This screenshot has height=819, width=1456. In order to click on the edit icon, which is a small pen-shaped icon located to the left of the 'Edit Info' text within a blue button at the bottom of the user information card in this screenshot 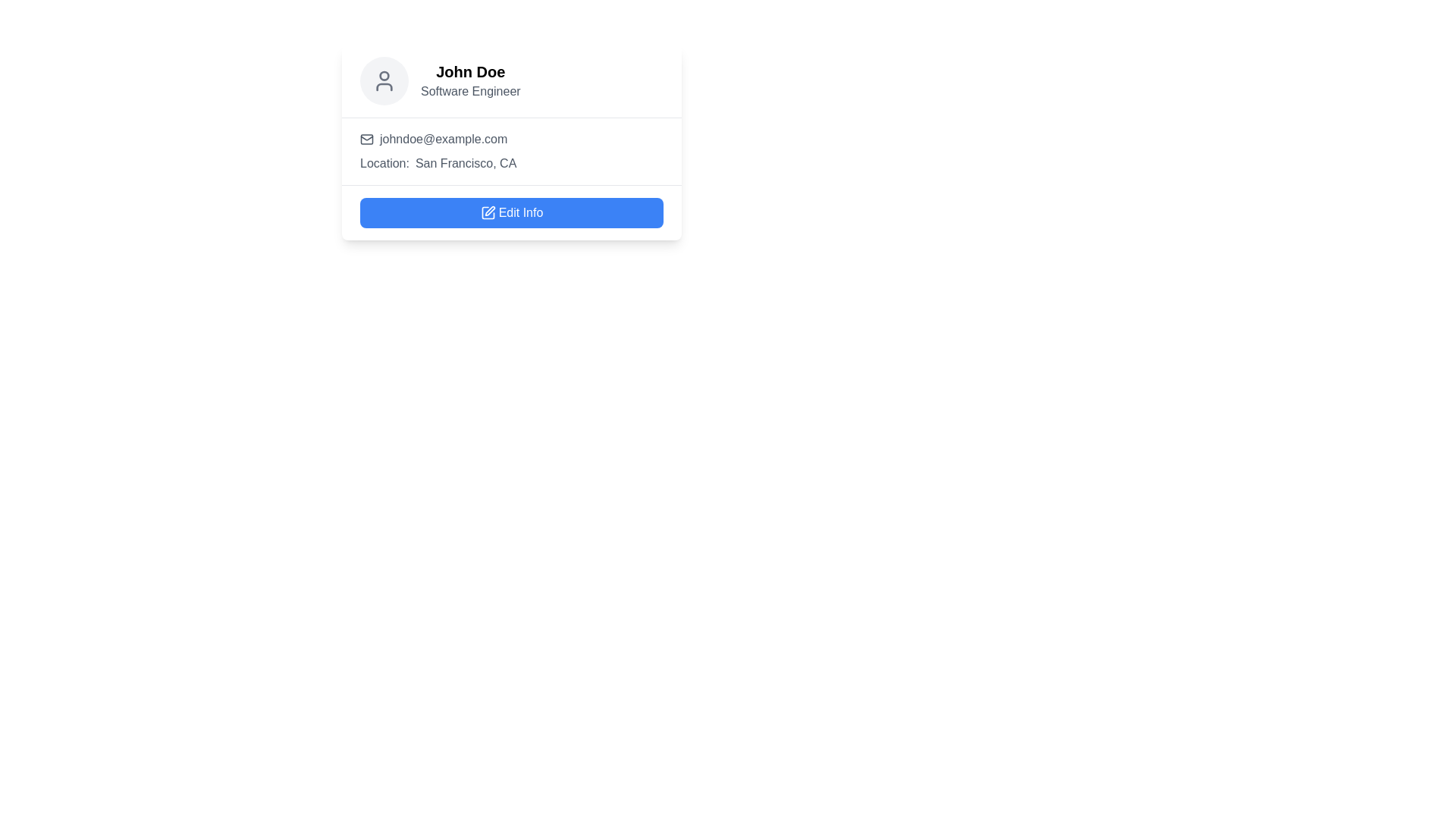, I will do `click(490, 211)`.